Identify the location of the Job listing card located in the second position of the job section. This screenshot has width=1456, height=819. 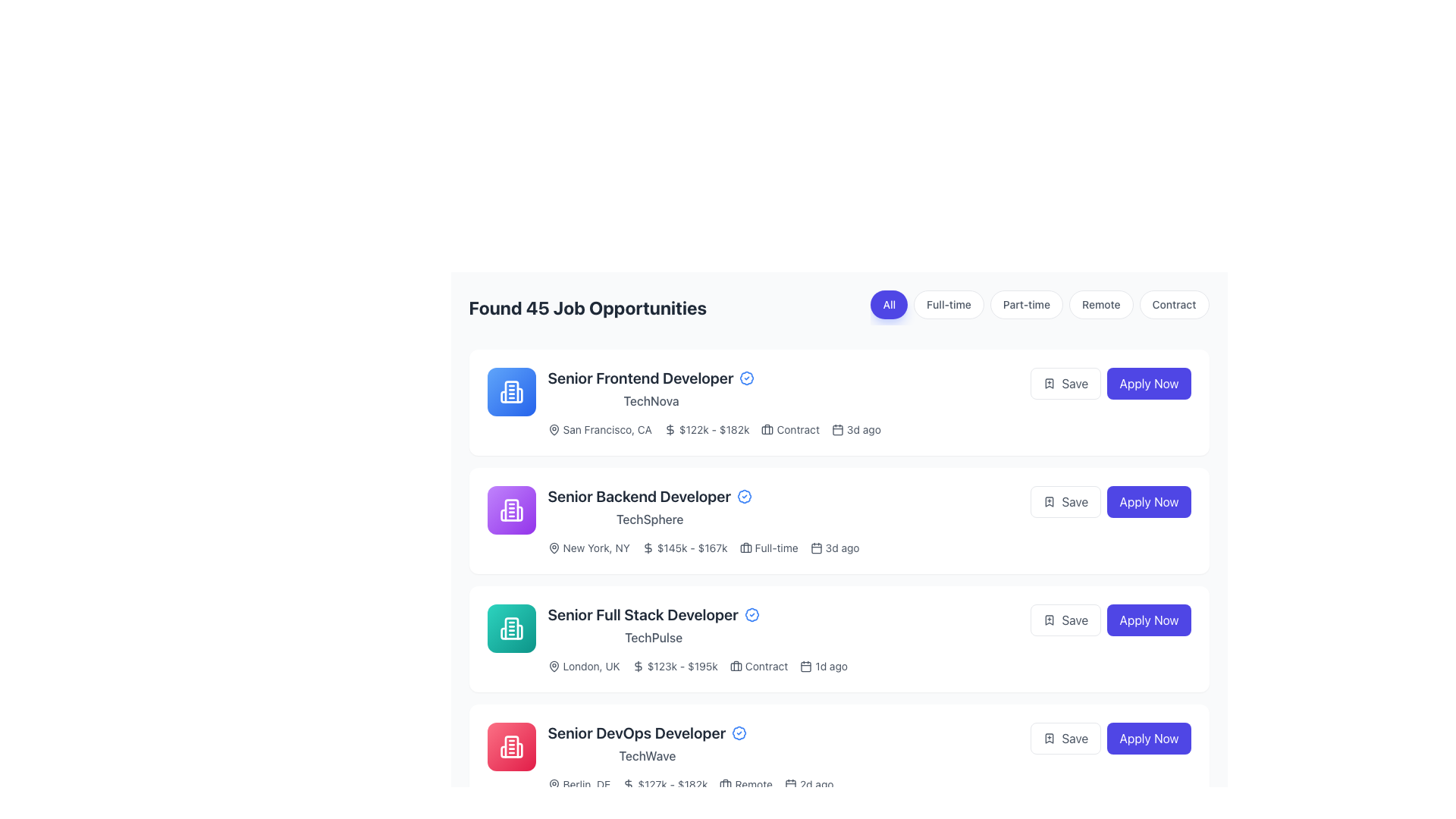
(838, 519).